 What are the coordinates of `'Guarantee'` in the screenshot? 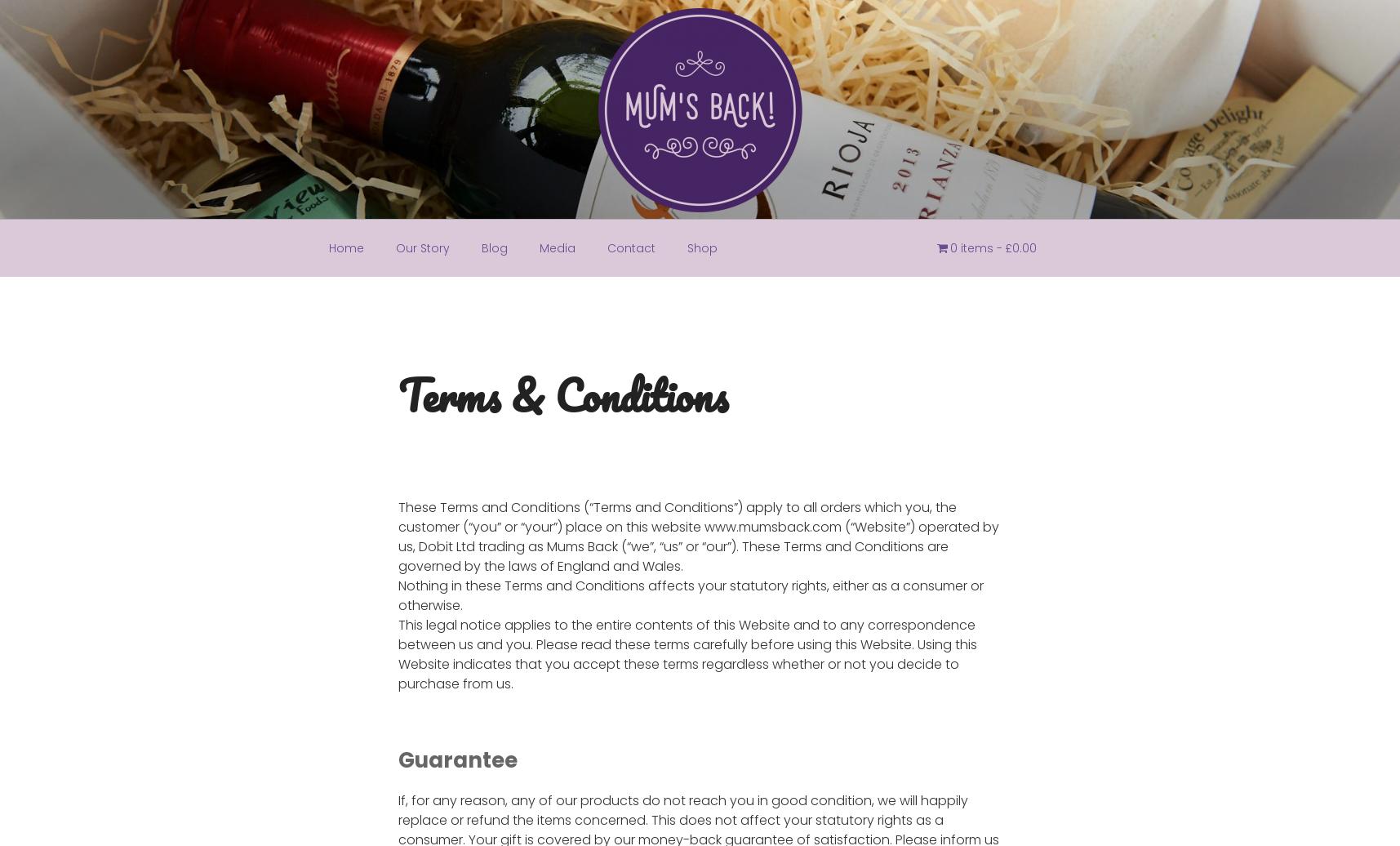 It's located at (456, 759).